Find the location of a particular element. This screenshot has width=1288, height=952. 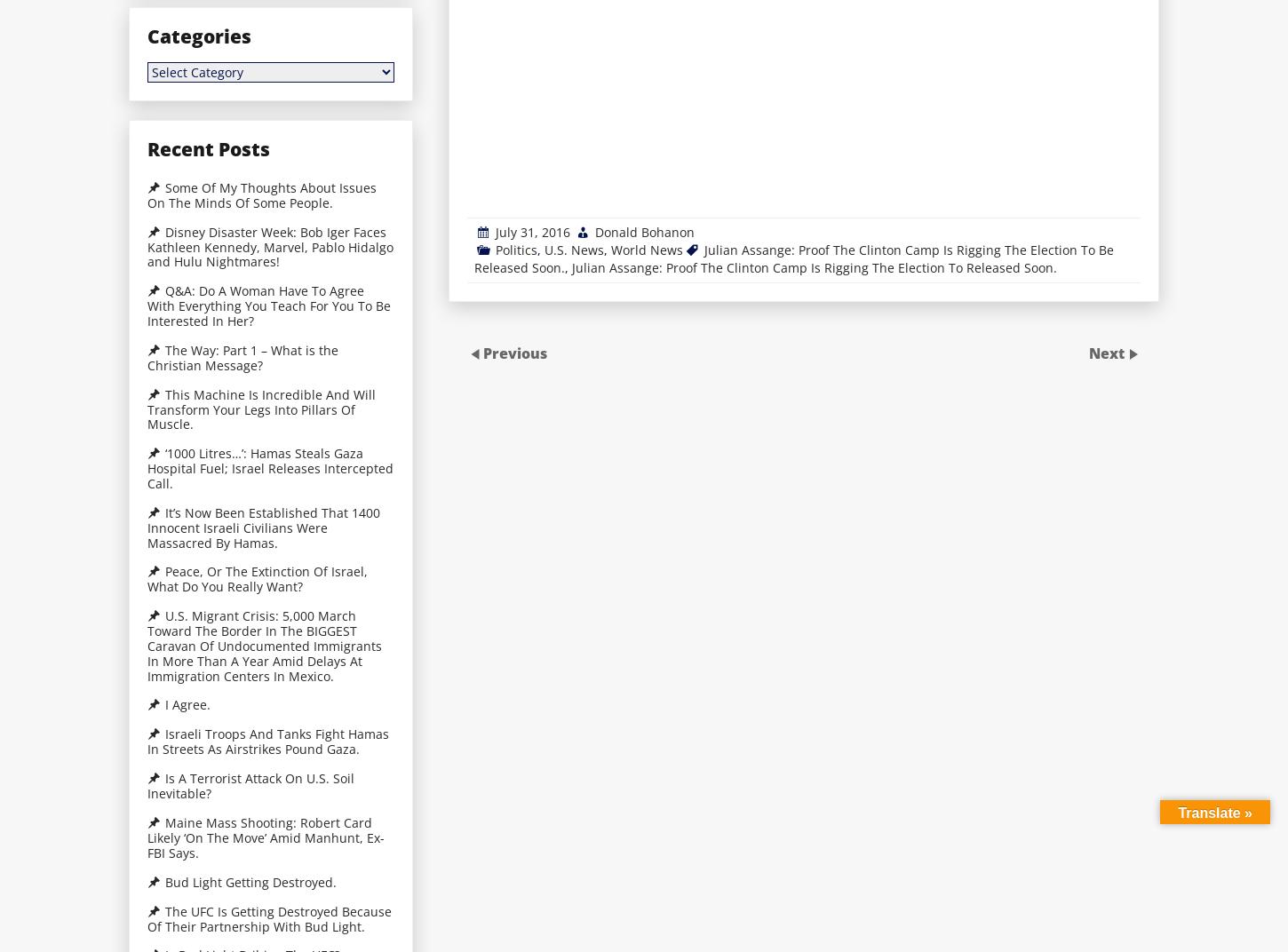

'Next' is located at coordinates (1109, 353).